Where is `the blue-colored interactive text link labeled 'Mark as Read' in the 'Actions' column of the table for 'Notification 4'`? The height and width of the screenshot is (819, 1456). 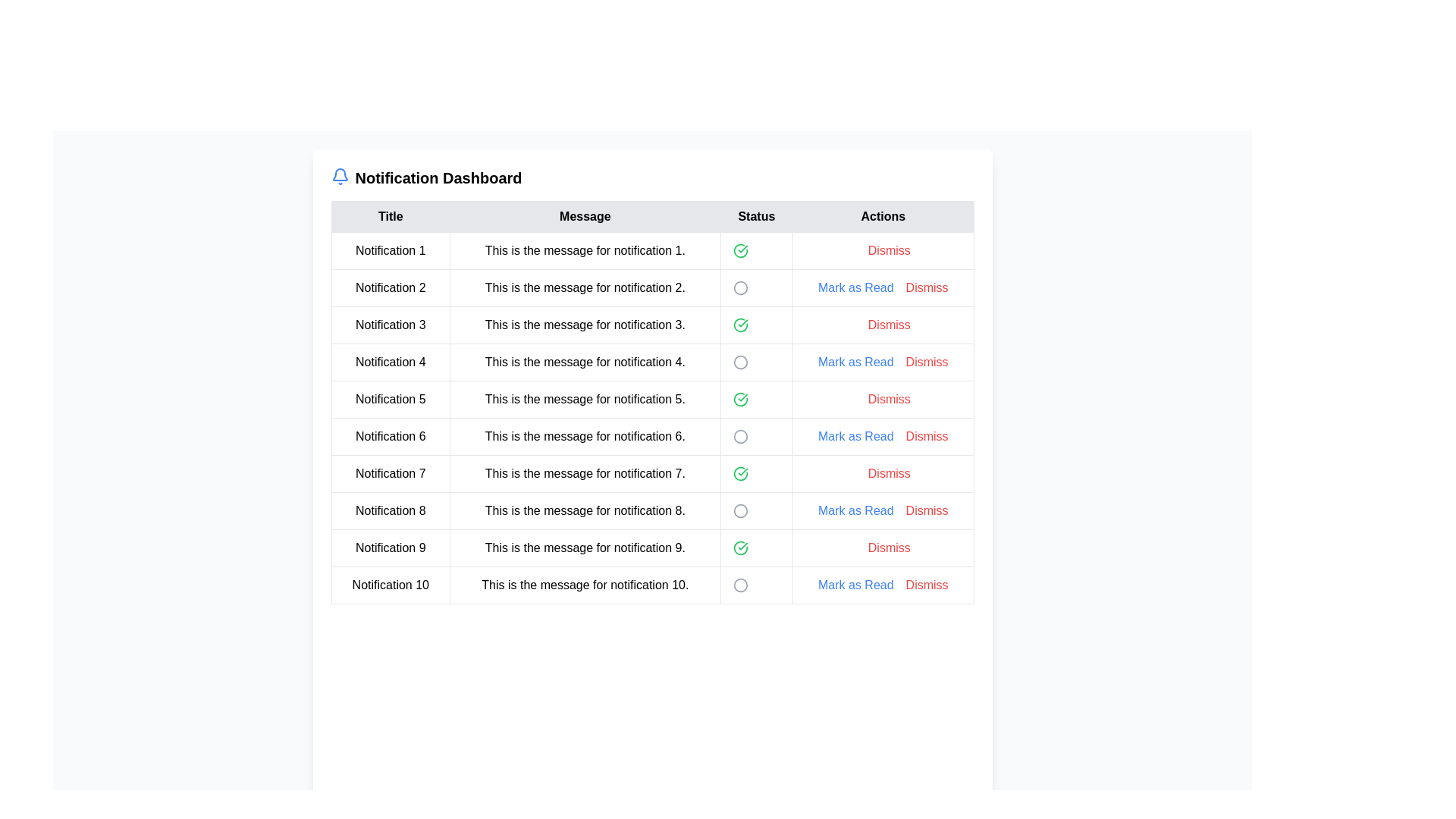 the blue-colored interactive text link labeled 'Mark as Read' in the 'Actions' column of the table for 'Notification 4' is located at coordinates (855, 362).